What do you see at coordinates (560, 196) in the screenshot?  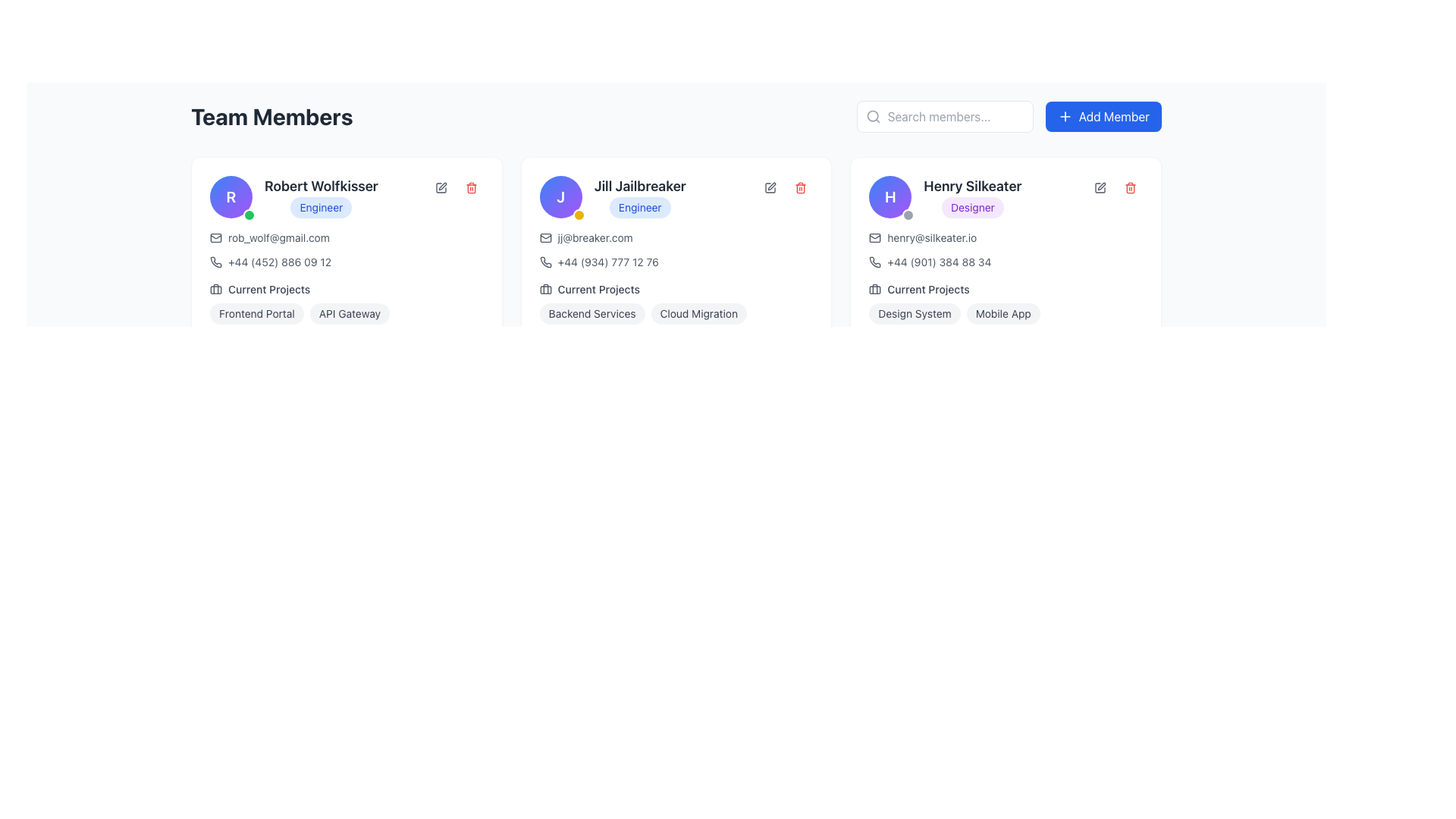 I see `the circular badge featuring the letter 'J' with a gradient from blue to purple, located at the top-left of the profile card for 'Jill Jailbreaker.'` at bounding box center [560, 196].